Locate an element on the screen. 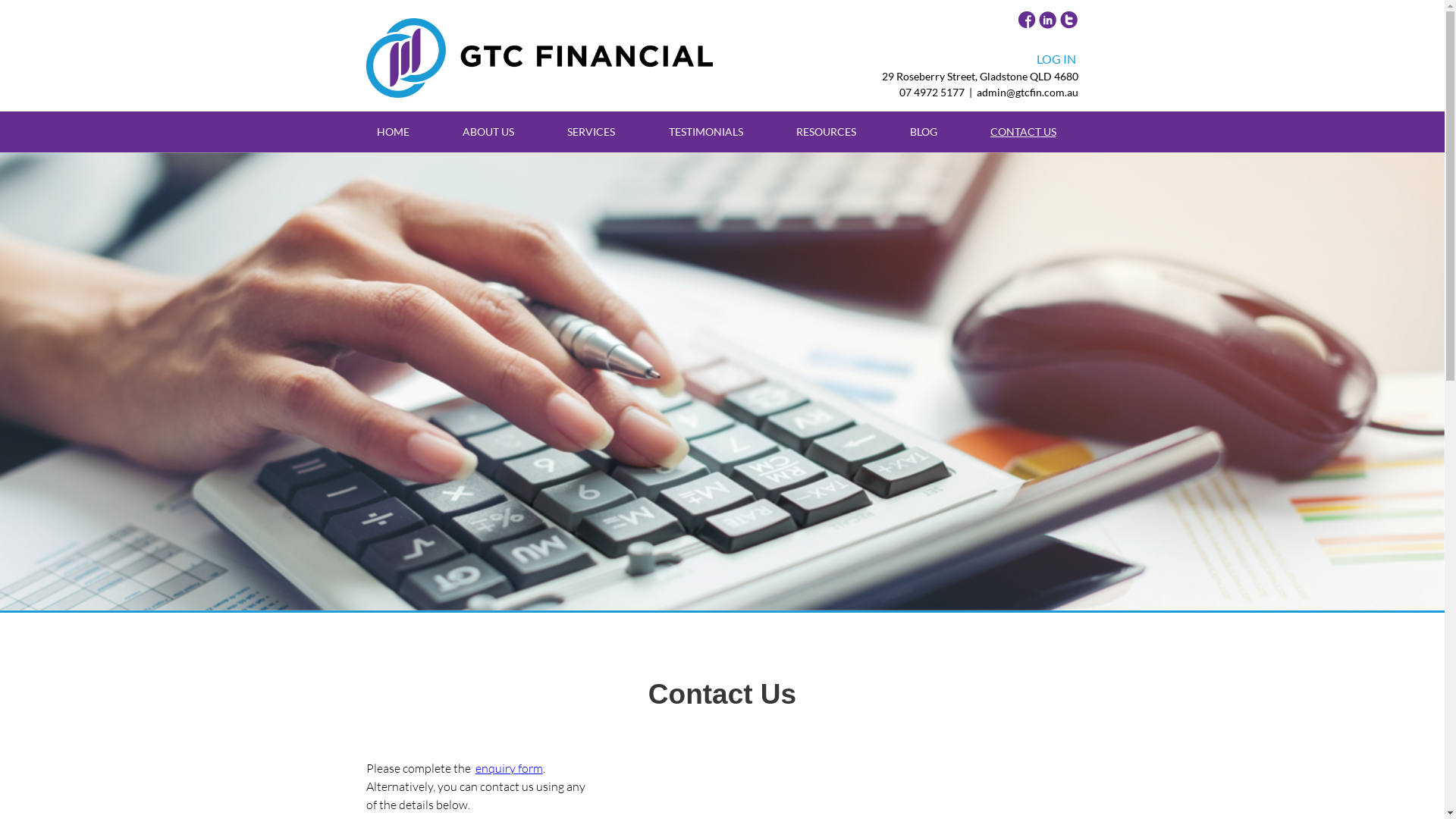 This screenshot has width=1456, height=819. 'CONTACT US' is located at coordinates (1023, 130).